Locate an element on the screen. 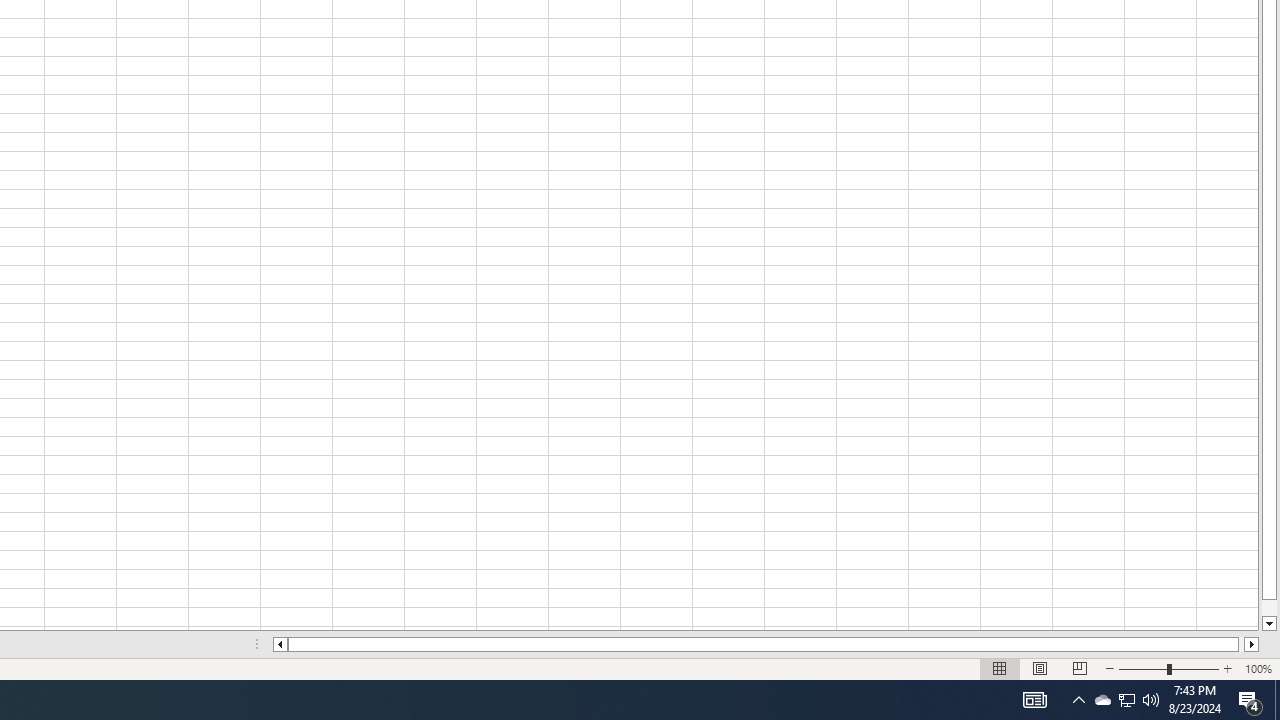 The width and height of the screenshot is (1280, 720). 'Page down' is located at coordinates (1268, 607).